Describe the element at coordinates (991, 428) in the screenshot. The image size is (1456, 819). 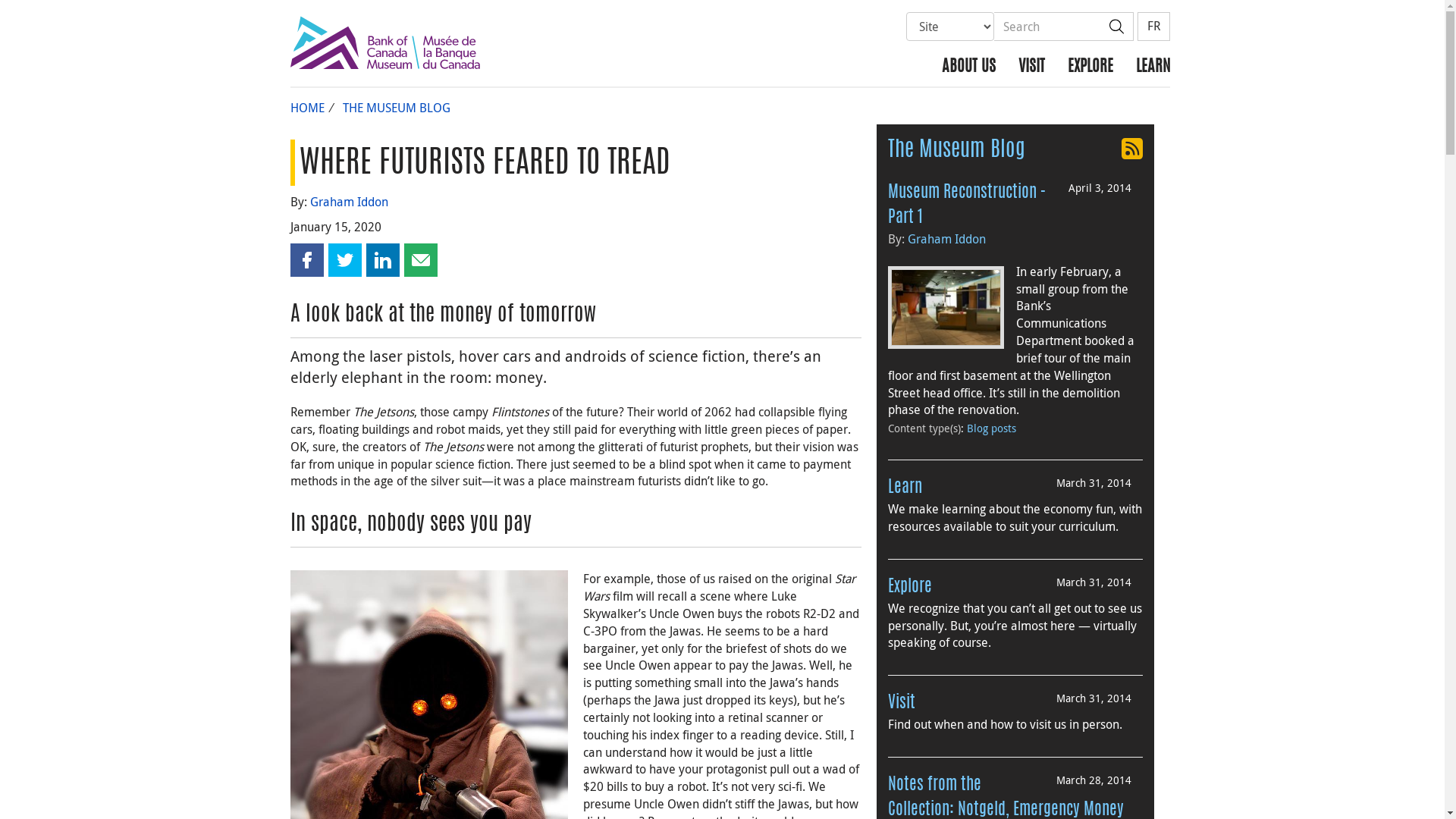
I see `'Blog posts'` at that location.